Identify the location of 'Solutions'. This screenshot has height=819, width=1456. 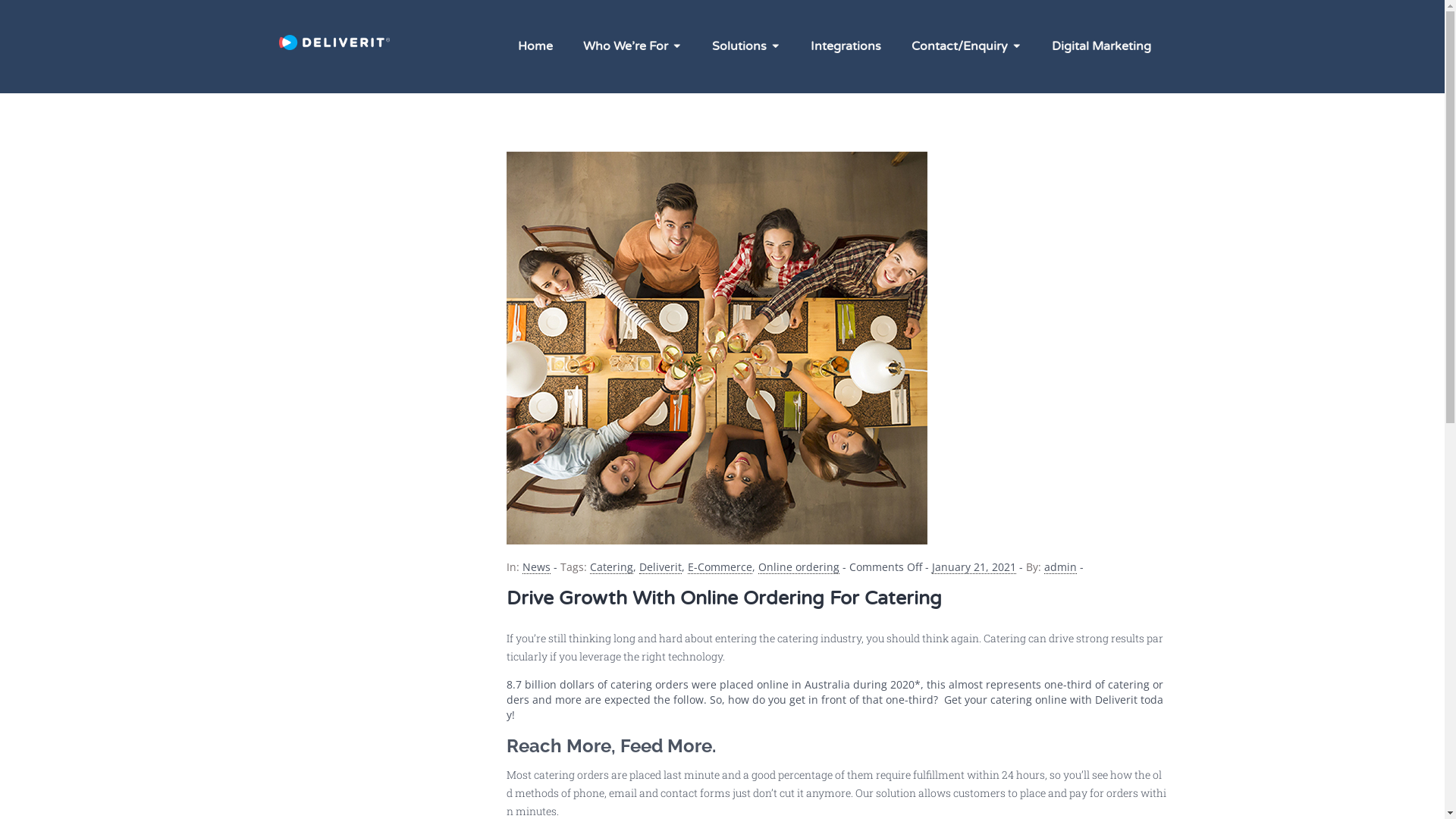
(695, 45).